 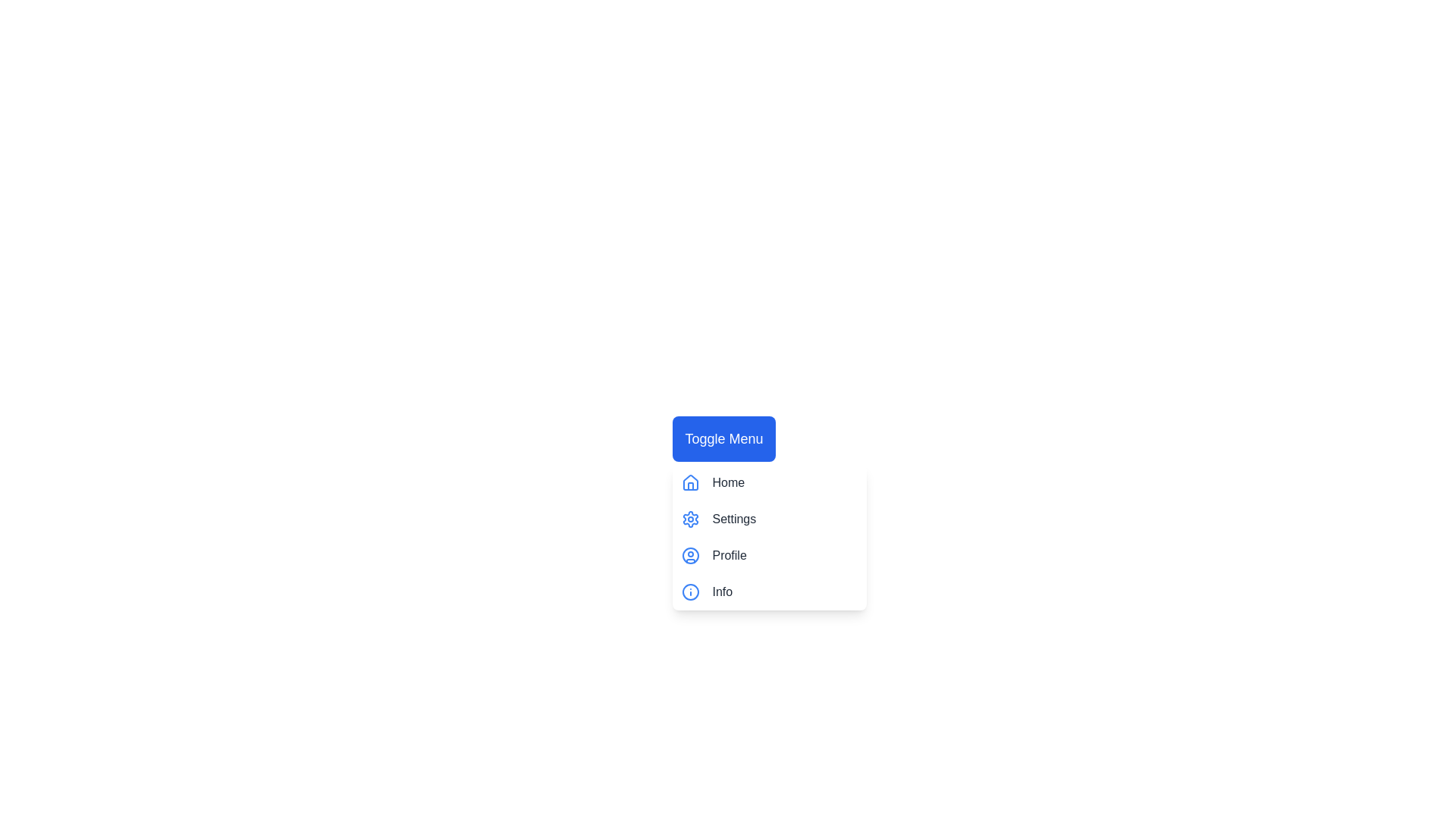 What do you see at coordinates (769, 519) in the screenshot?
I see `the menu item Settings by clicking on it` at bounding box center [769, 519].